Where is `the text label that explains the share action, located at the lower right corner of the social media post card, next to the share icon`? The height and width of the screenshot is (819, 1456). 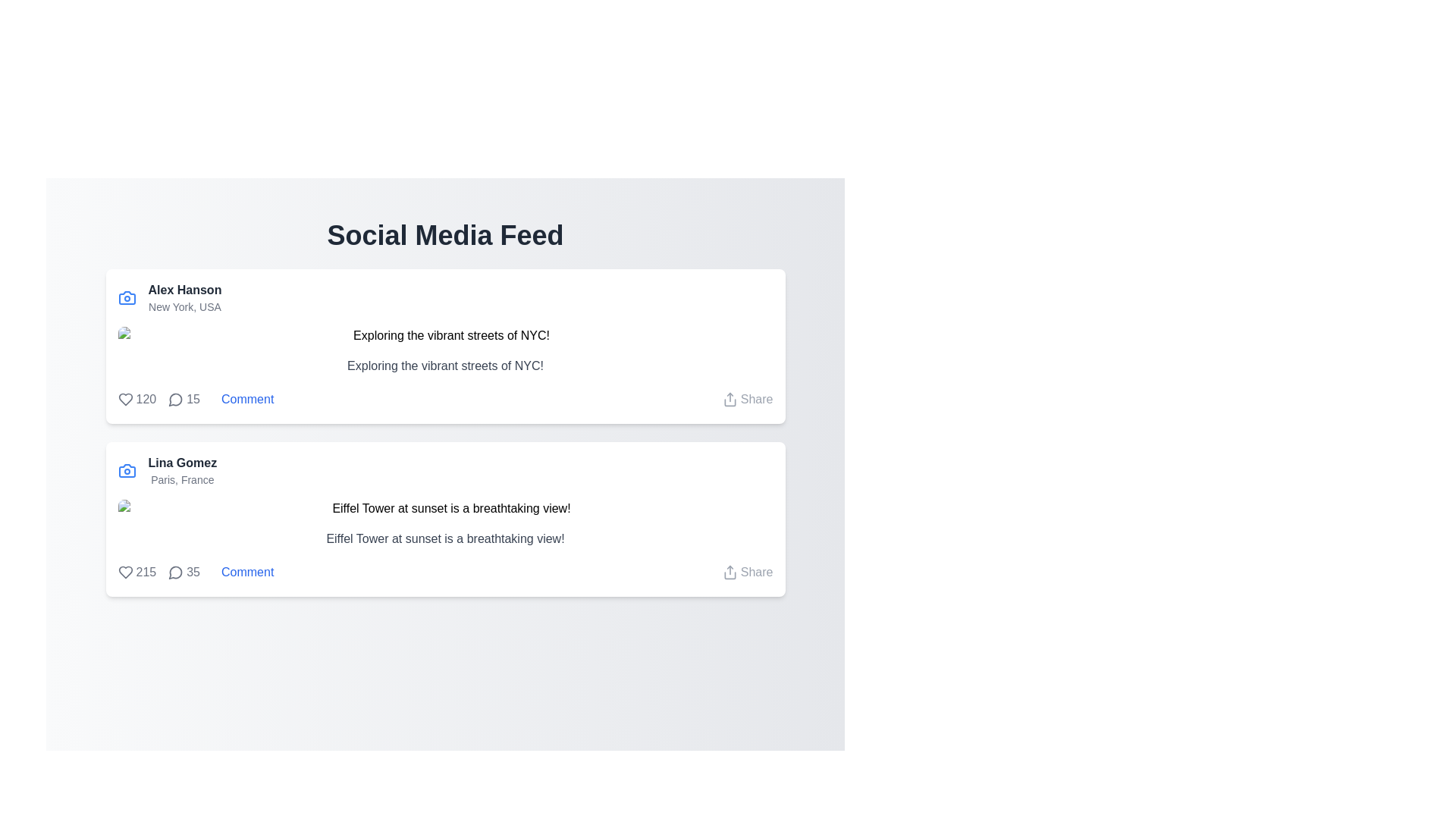 the text label that explains the share action, located at the lower right corner of the social media post card, next to the share icon is located at coordinates (757, 573).